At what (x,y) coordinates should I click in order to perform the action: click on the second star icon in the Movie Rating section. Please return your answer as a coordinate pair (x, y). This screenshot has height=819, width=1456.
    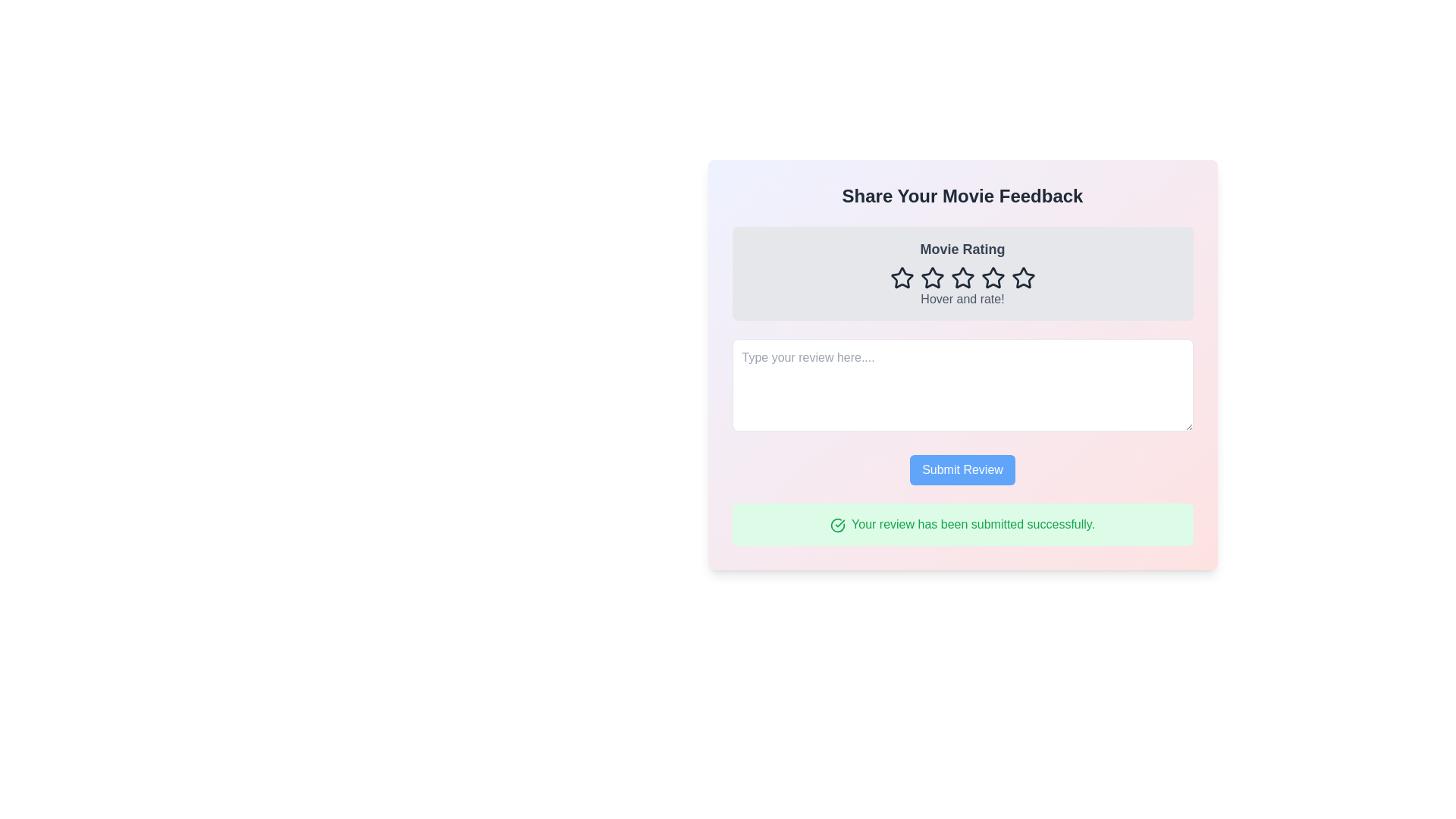
    Looking at the image, I should click on (931, 278).